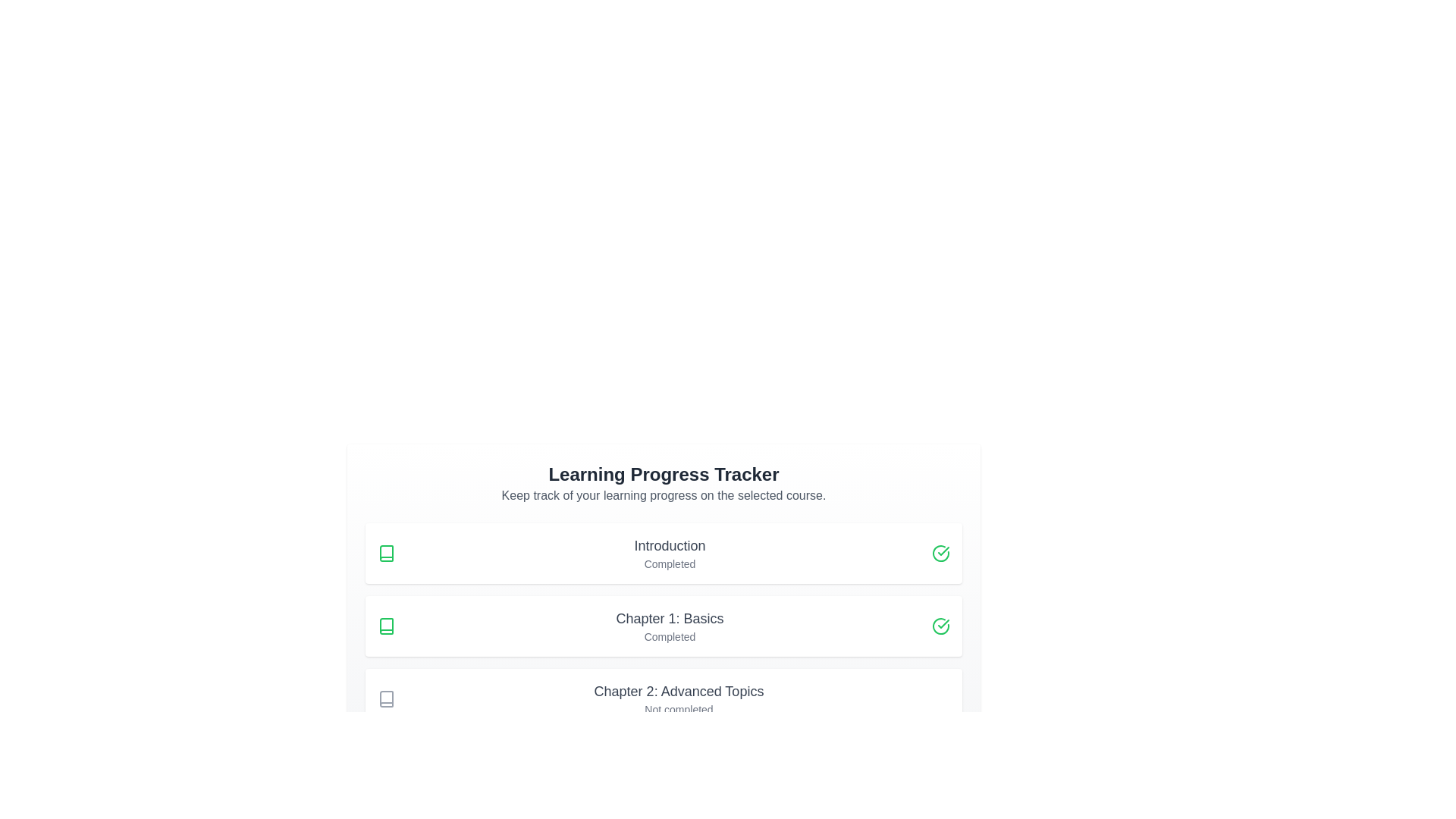 The width and height of the screenshot is (1456, 819). What do you see at coordinates (386, 626) in the screenshot?
I see `the book icon that represents 'Chapter 1: Basics', which is the second indicator within its row, located between 'Introduction' and 'Chapter 2: Advanced Topics'` at bounding box center [386, 626].